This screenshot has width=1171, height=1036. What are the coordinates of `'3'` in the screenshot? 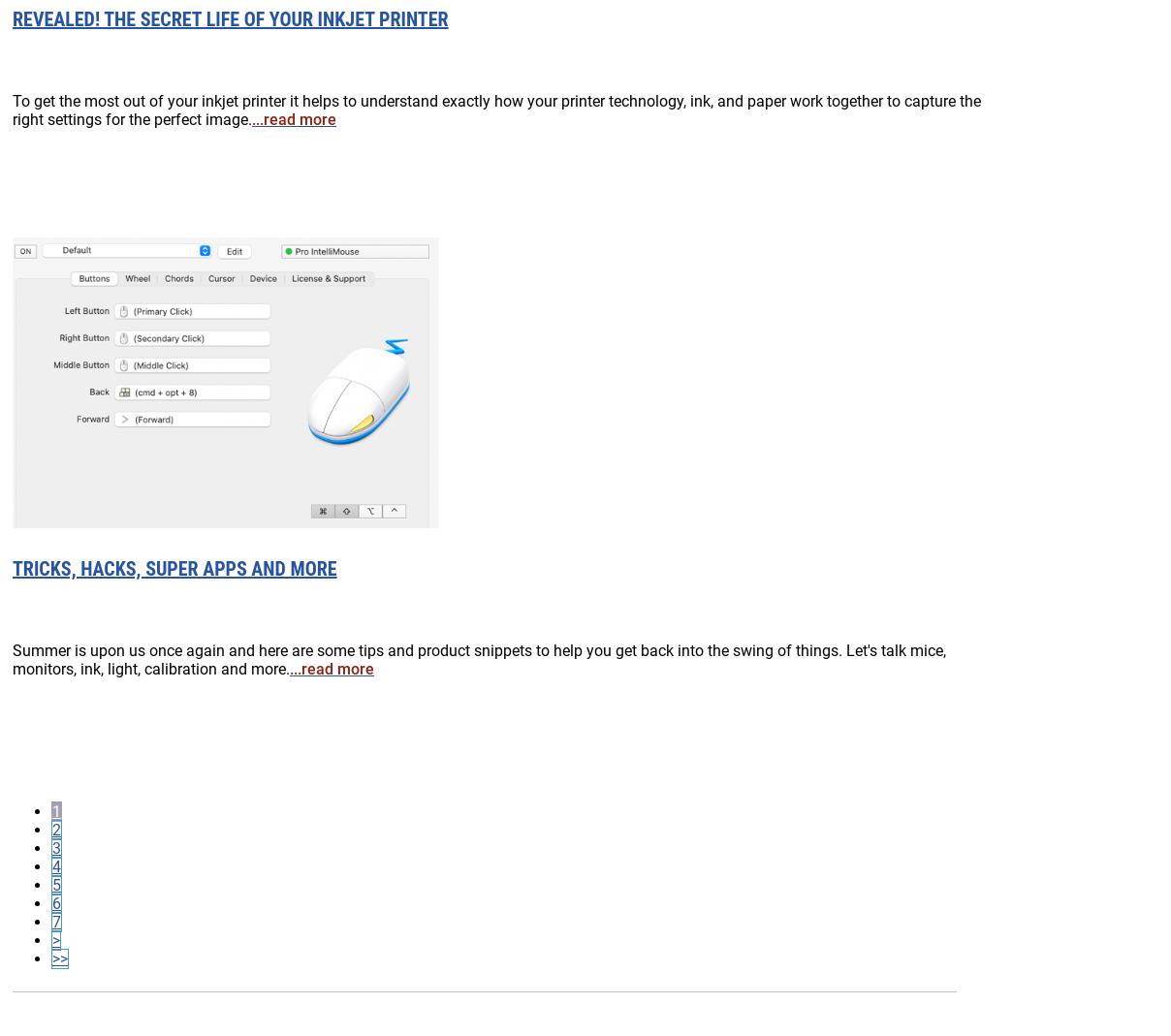 It's located at (50, 846).